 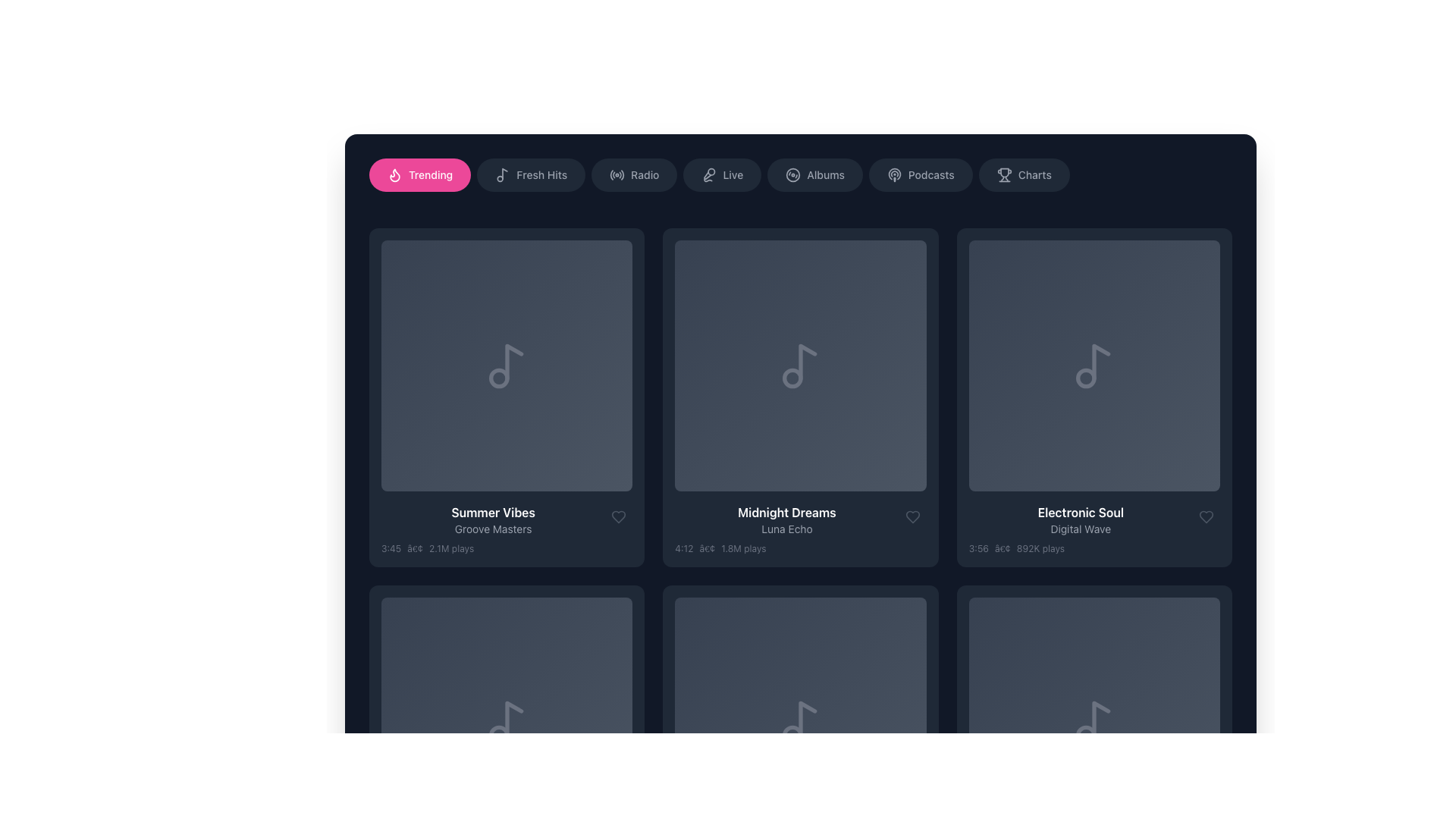 I want to click on the Interactive button that navigates to the Albums section of the application, so click(x=800, y=174).